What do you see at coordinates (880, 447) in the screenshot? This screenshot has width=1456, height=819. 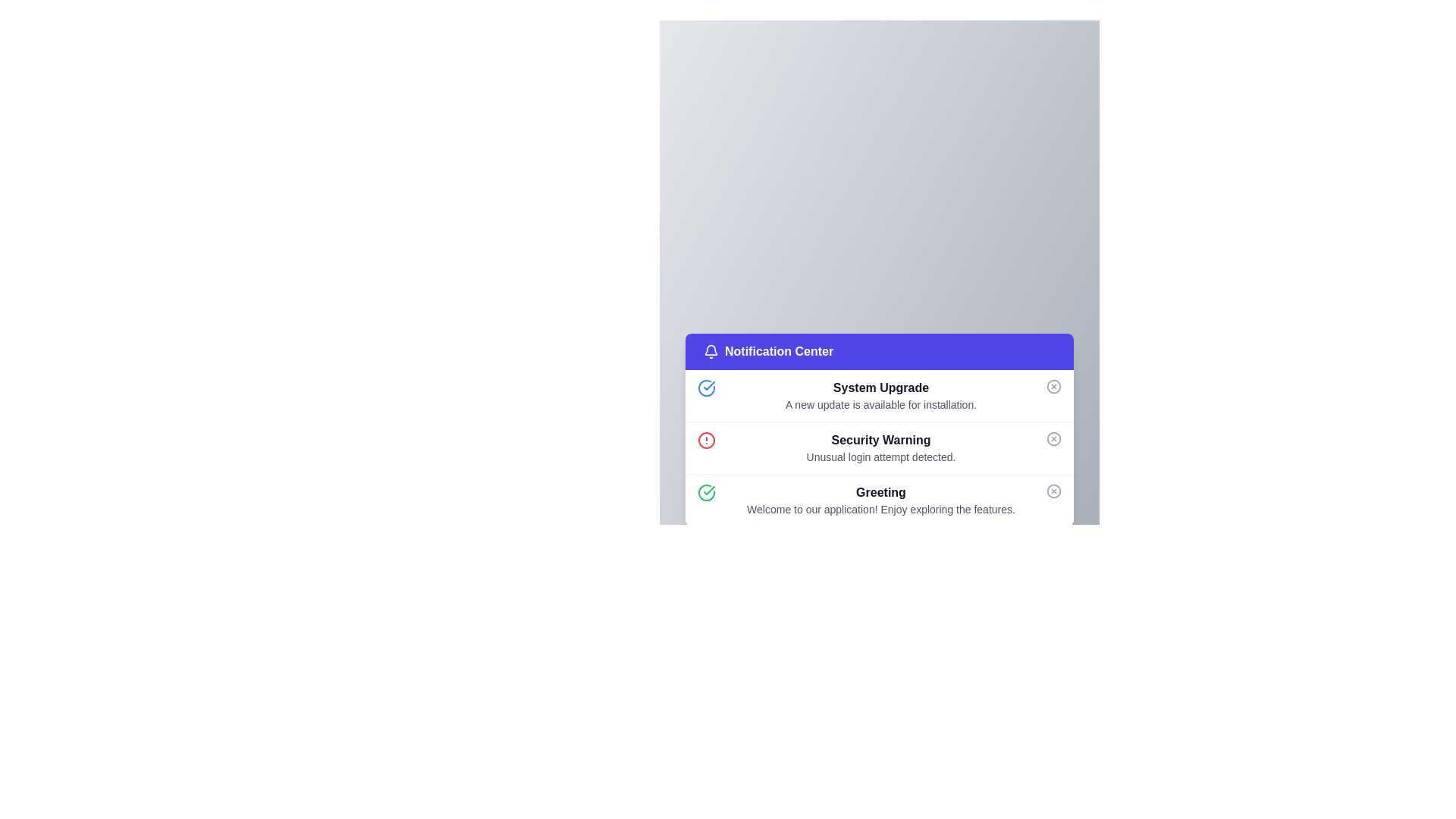 I see `the 'Security Warning' text display component in the Notification Center to access further actions related to the unusual login attempt detected` at bounding box center [880, 447].